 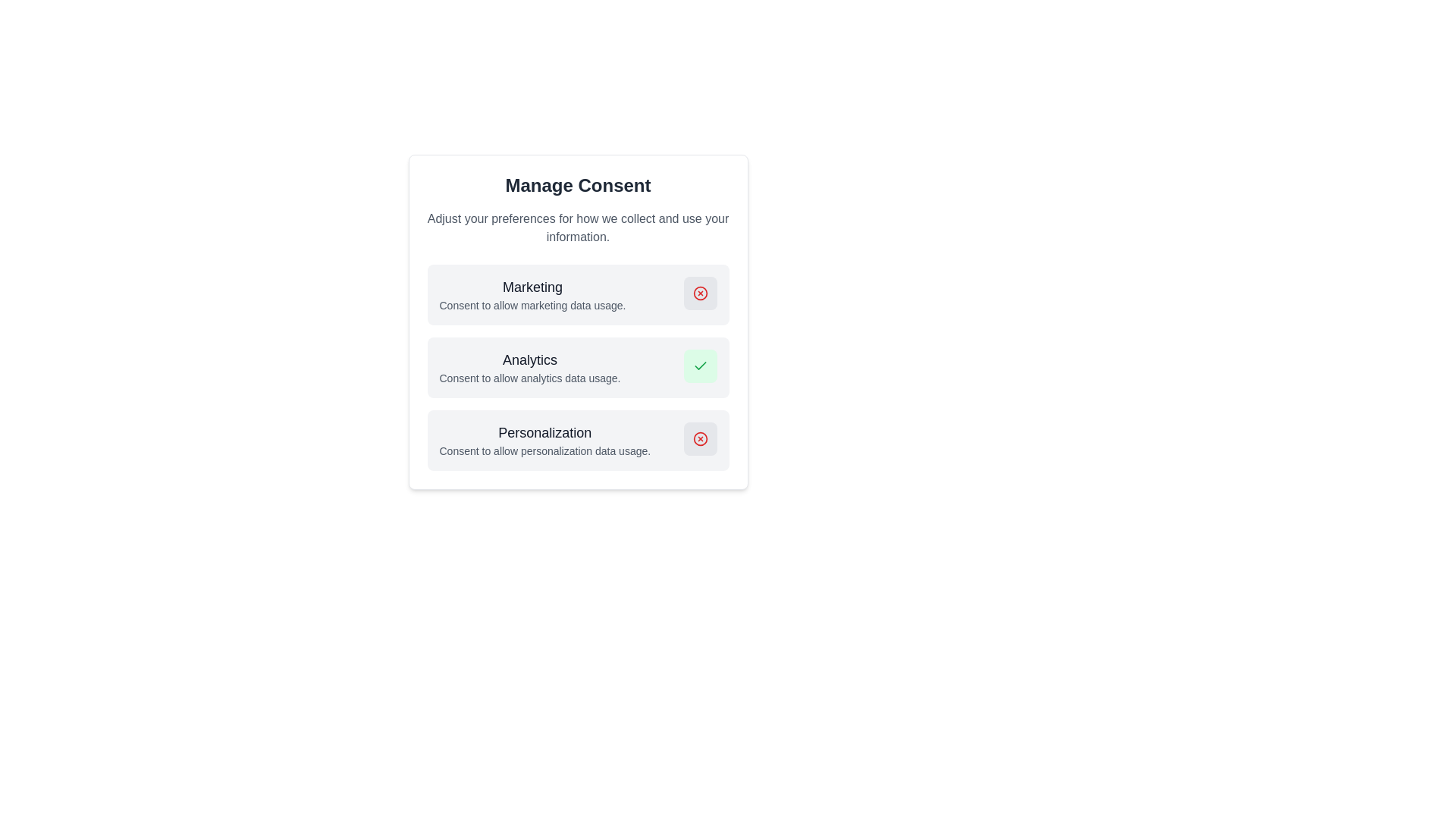 I want to click on the green checkmark icon with a light green background positioned near the 'Analytics' label in the 'Manage Consent' panel, so click(x=699, y=366).